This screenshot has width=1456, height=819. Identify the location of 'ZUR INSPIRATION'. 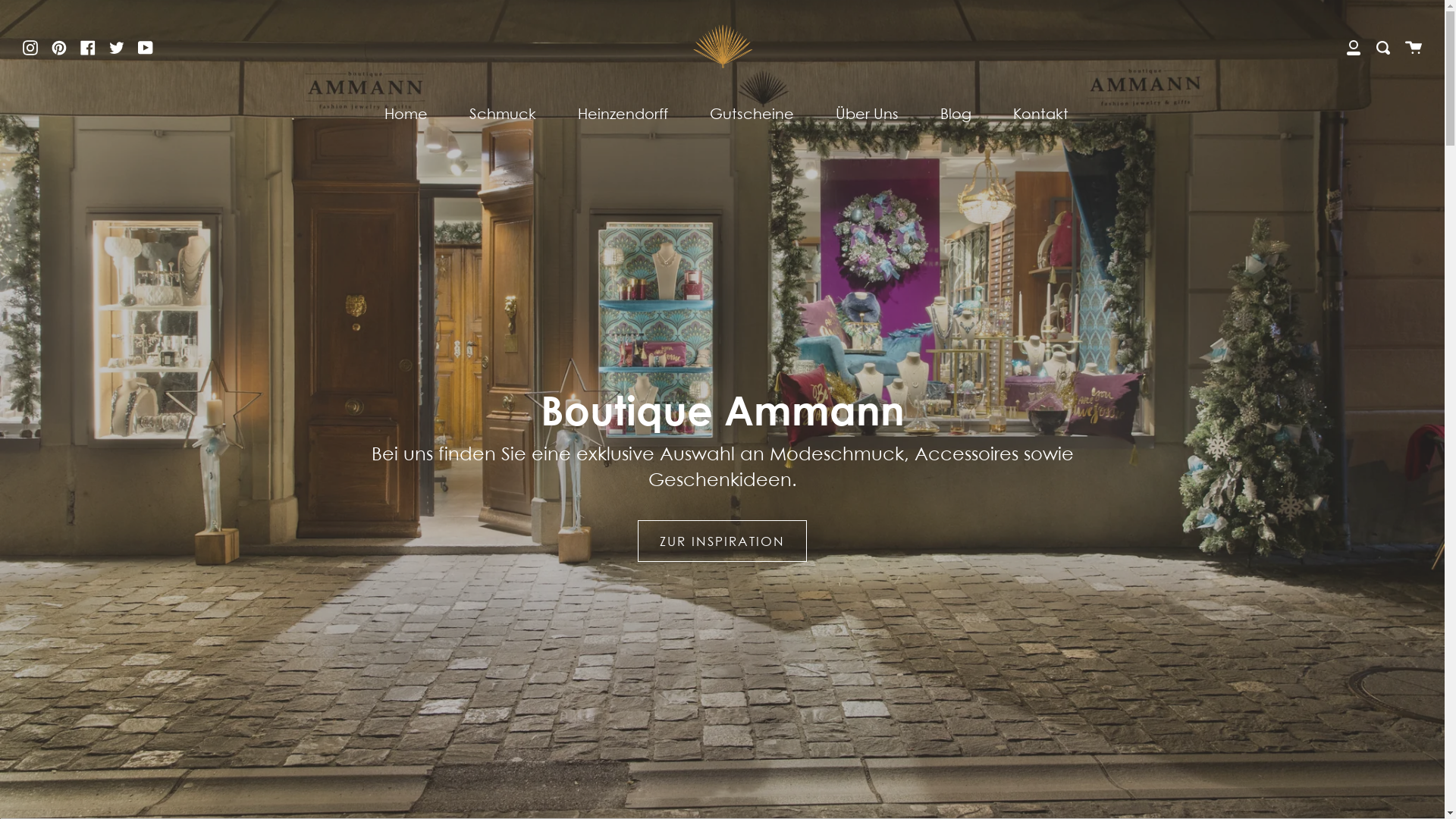
(721, 540).